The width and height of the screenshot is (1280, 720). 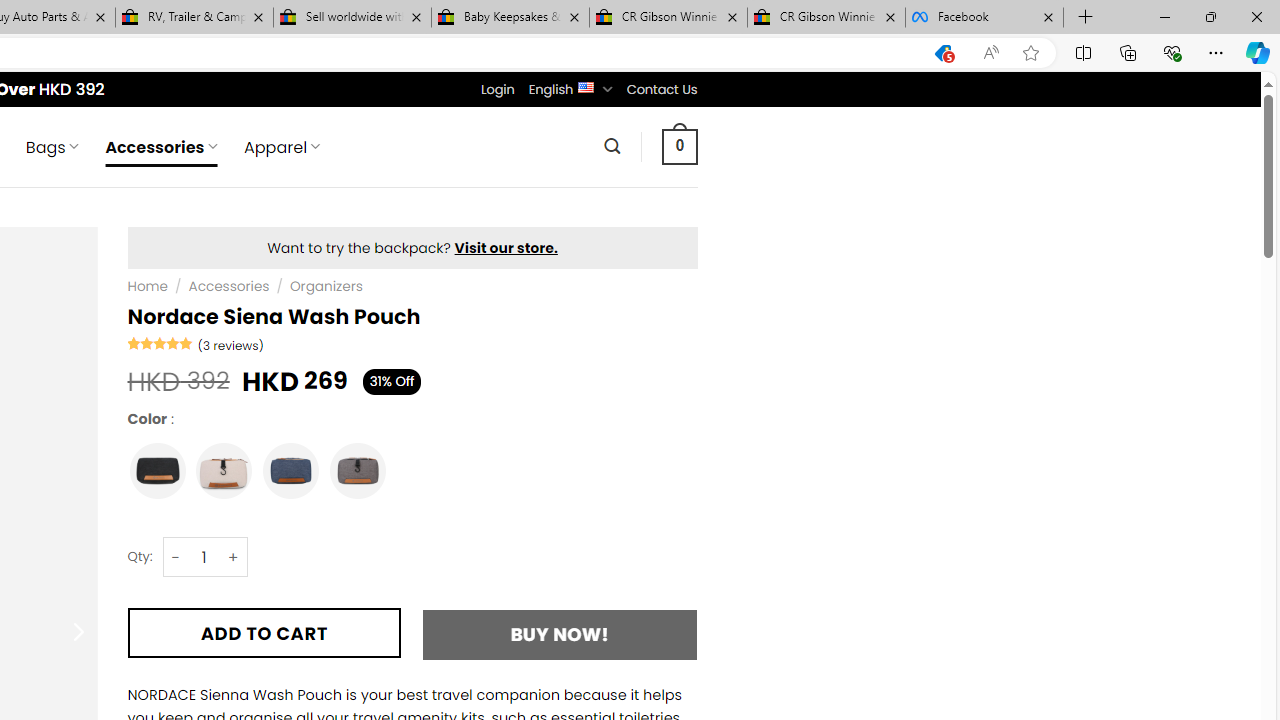 I want to click on 'Nordace Siena Wash Pouch quantity', so click(x=204, y=557).